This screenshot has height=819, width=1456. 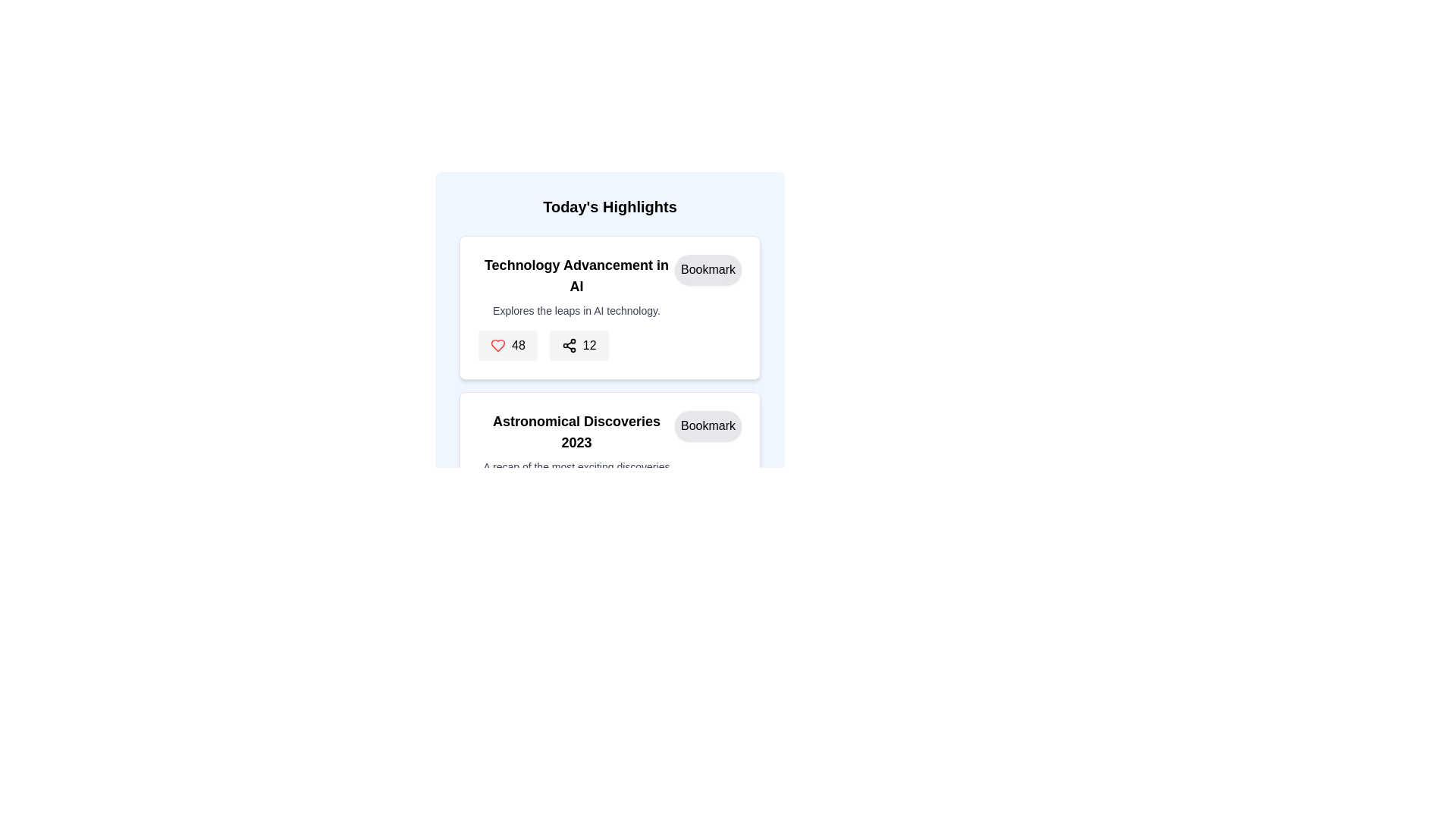 What do you see at coordinates (576, 450) in the screenshot?
I see `the Text display component that contains the title 'Astronomical Discoveries 2023' and the description 'A recap of the most exciting discoveries in astronomy.'` at bounding box center [576, 450].